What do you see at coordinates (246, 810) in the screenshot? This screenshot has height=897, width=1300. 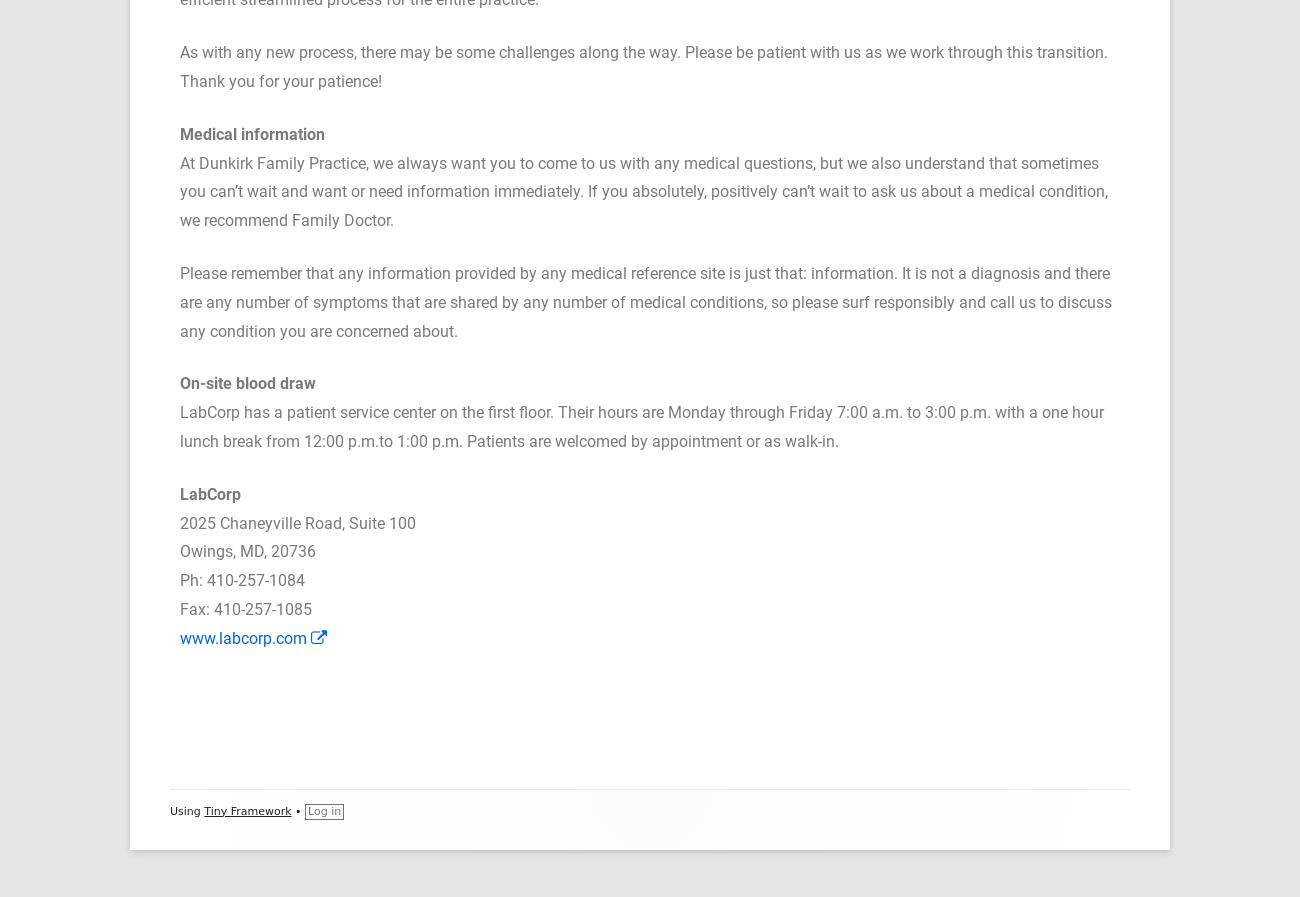 I see `'Tiny Framework'` at bounding box center [246, 810].